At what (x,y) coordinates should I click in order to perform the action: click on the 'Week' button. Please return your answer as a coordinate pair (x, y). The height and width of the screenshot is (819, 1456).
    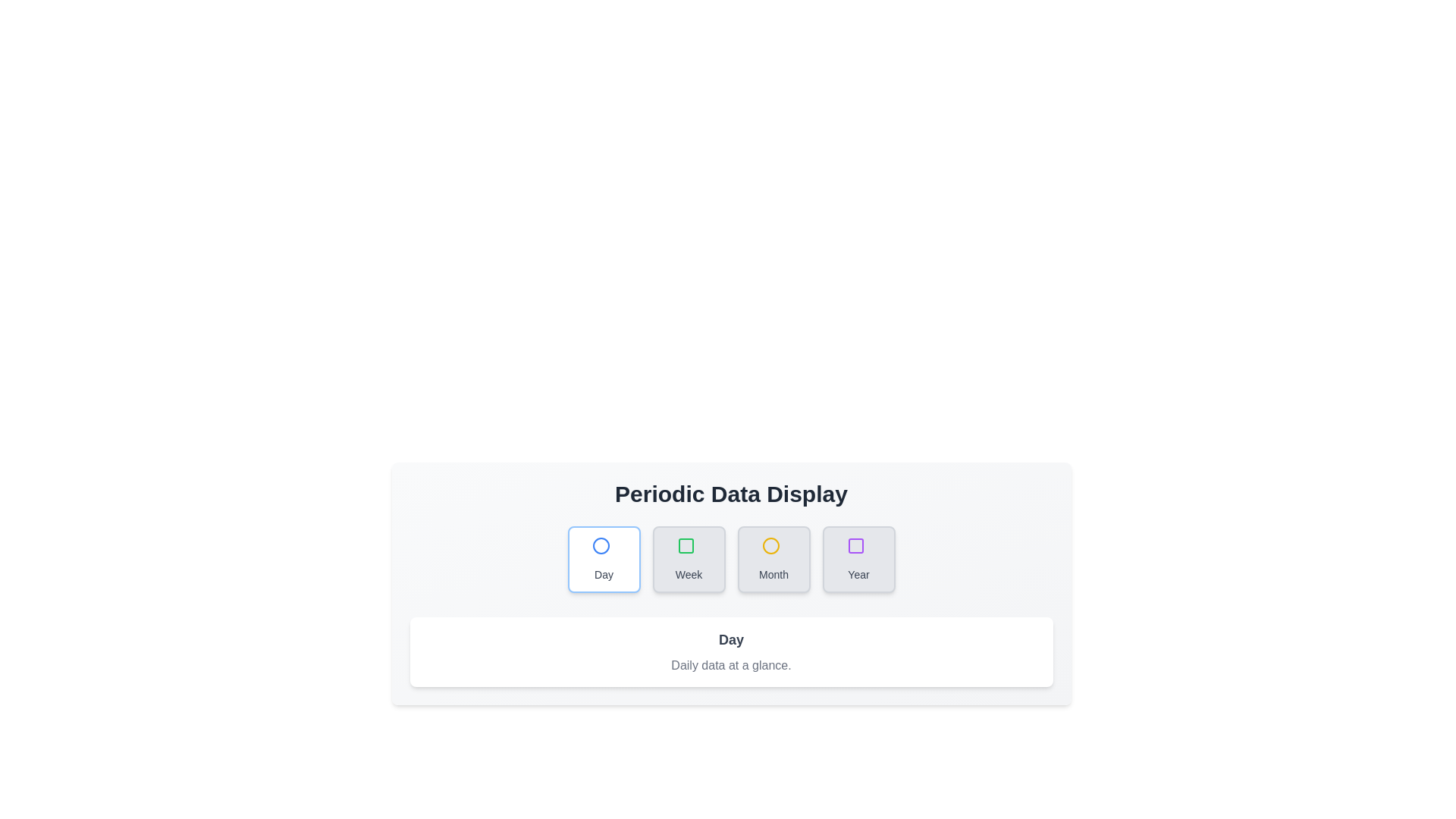
    Looking at the image, I should click on (688, 559).